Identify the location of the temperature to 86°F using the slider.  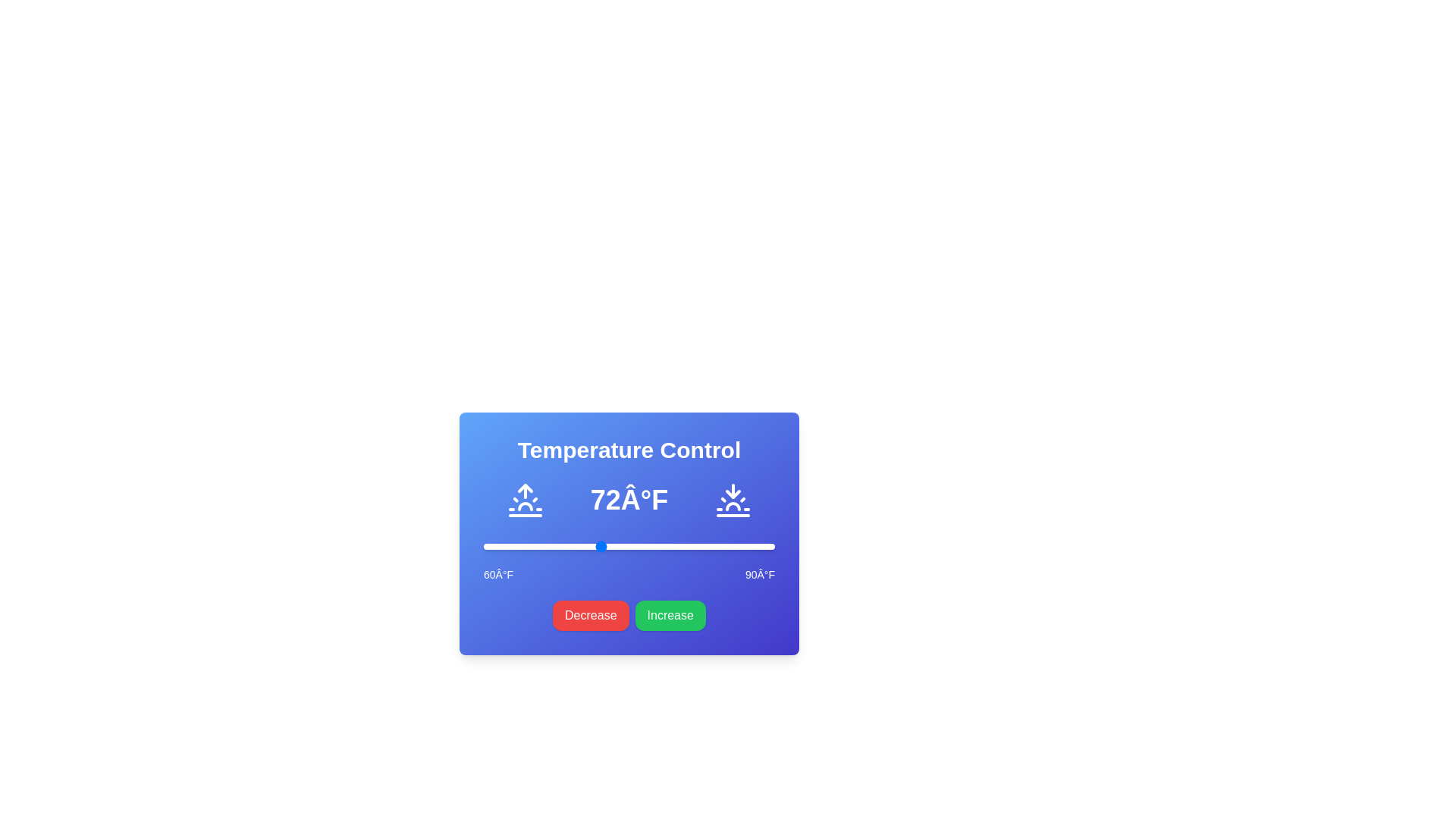
(736, 547).